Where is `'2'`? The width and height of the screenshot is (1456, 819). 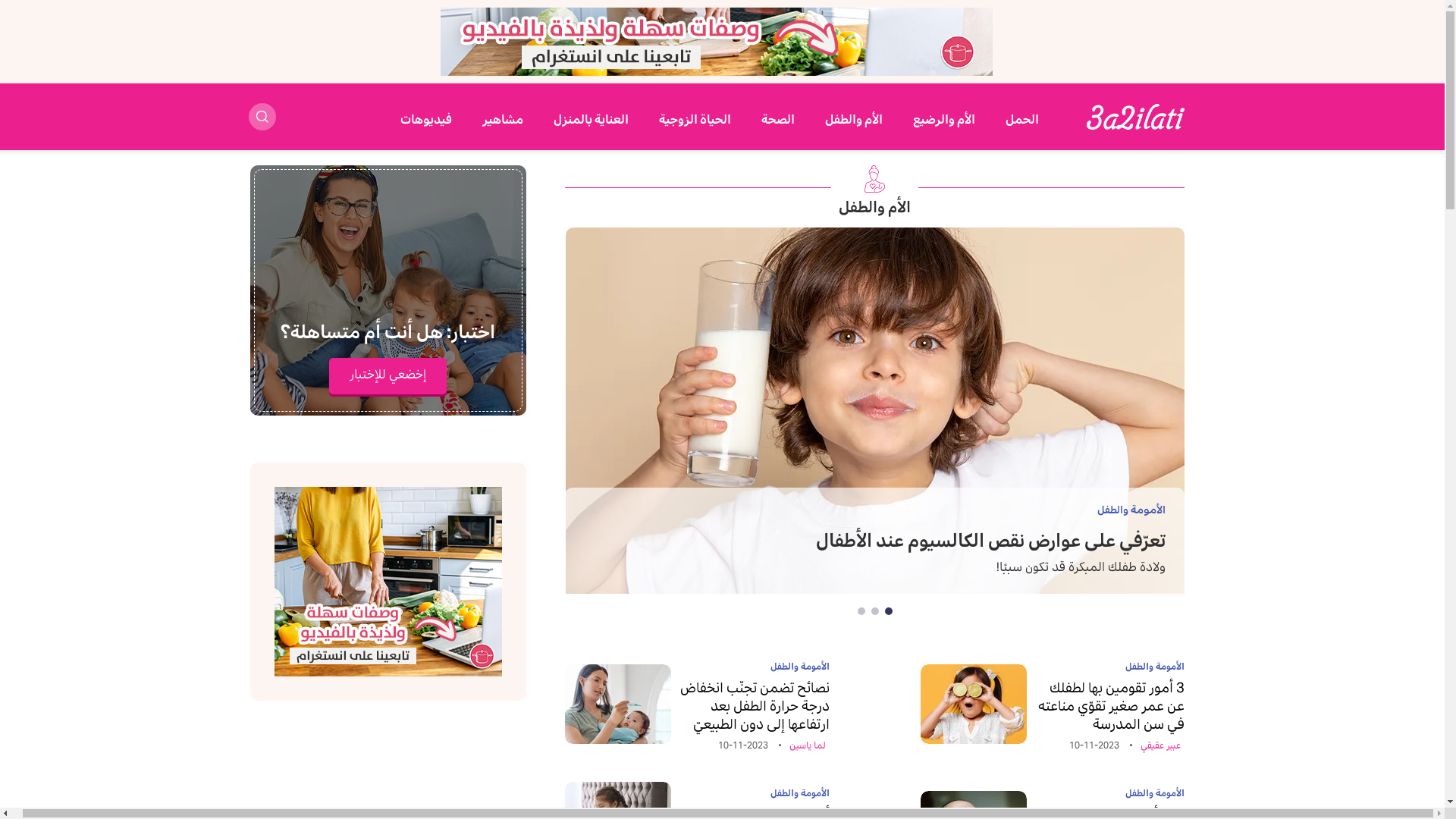 '2' is located at coordinates (871, 610).